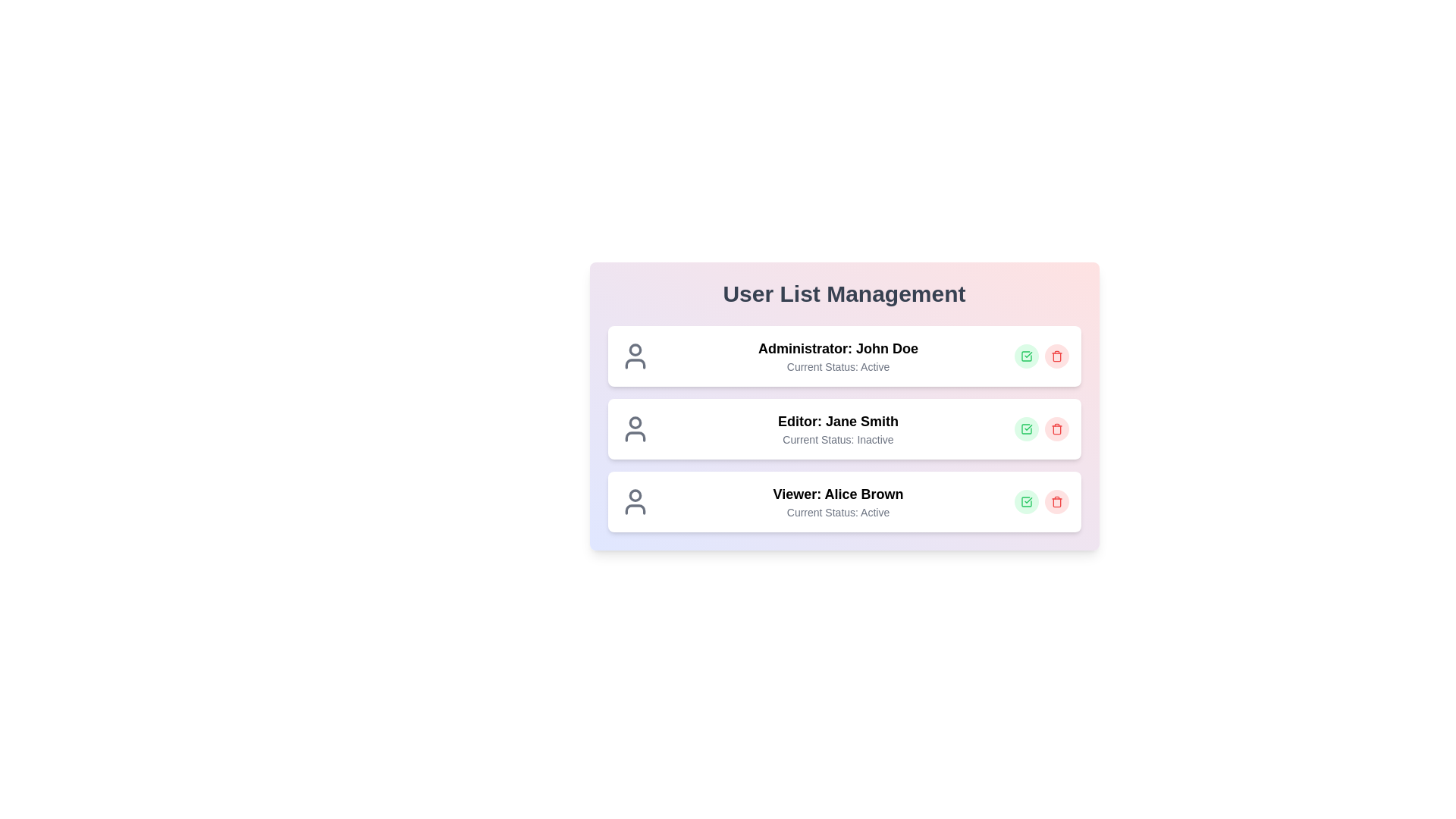  I want to click on the label displaying 'Administrator: John Doe' and 'Current Status: Active' which is located in the first user card below the 'User List Management' header, so click(837, 356).